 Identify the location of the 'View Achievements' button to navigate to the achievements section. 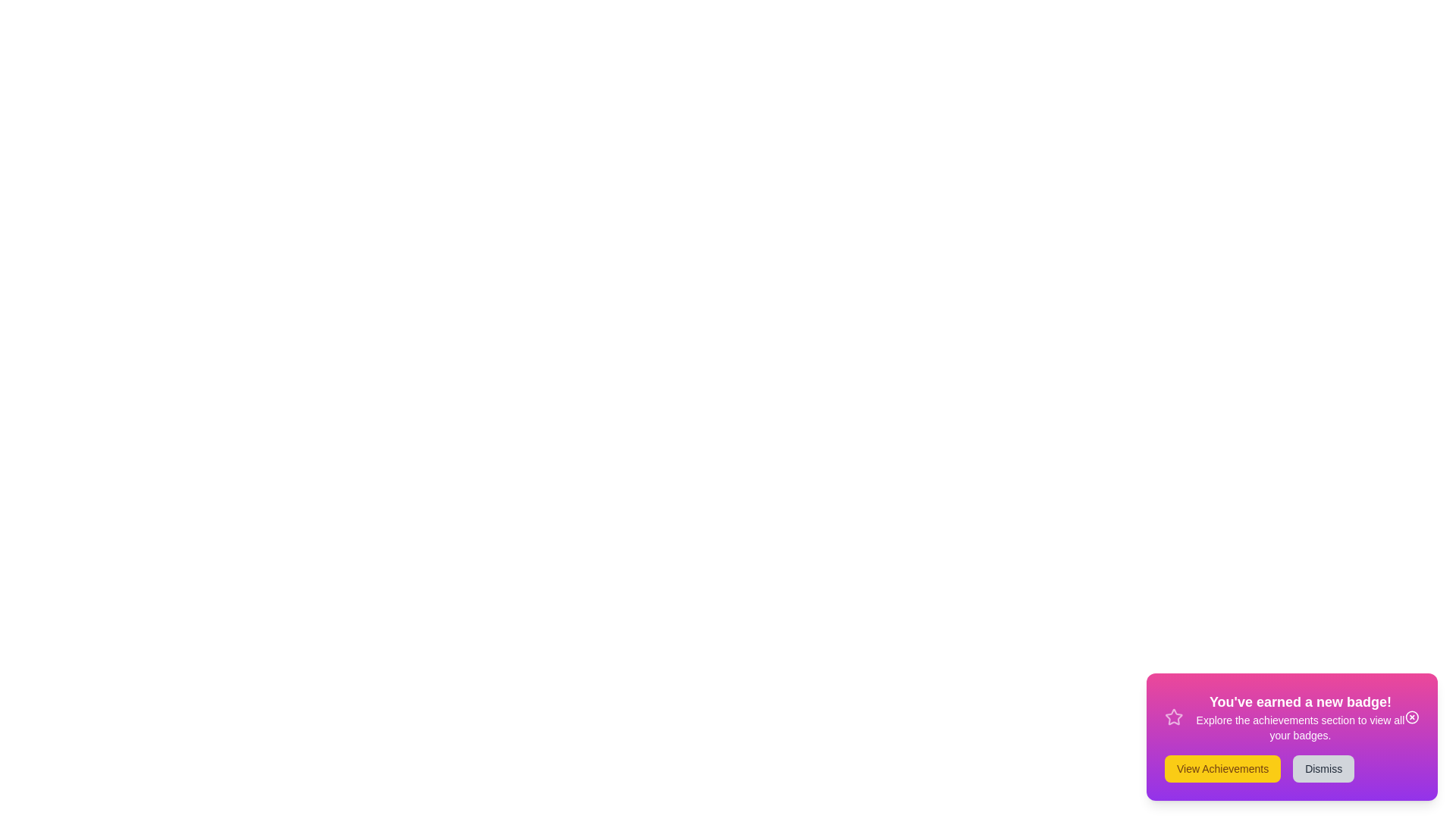
(1222, 769).